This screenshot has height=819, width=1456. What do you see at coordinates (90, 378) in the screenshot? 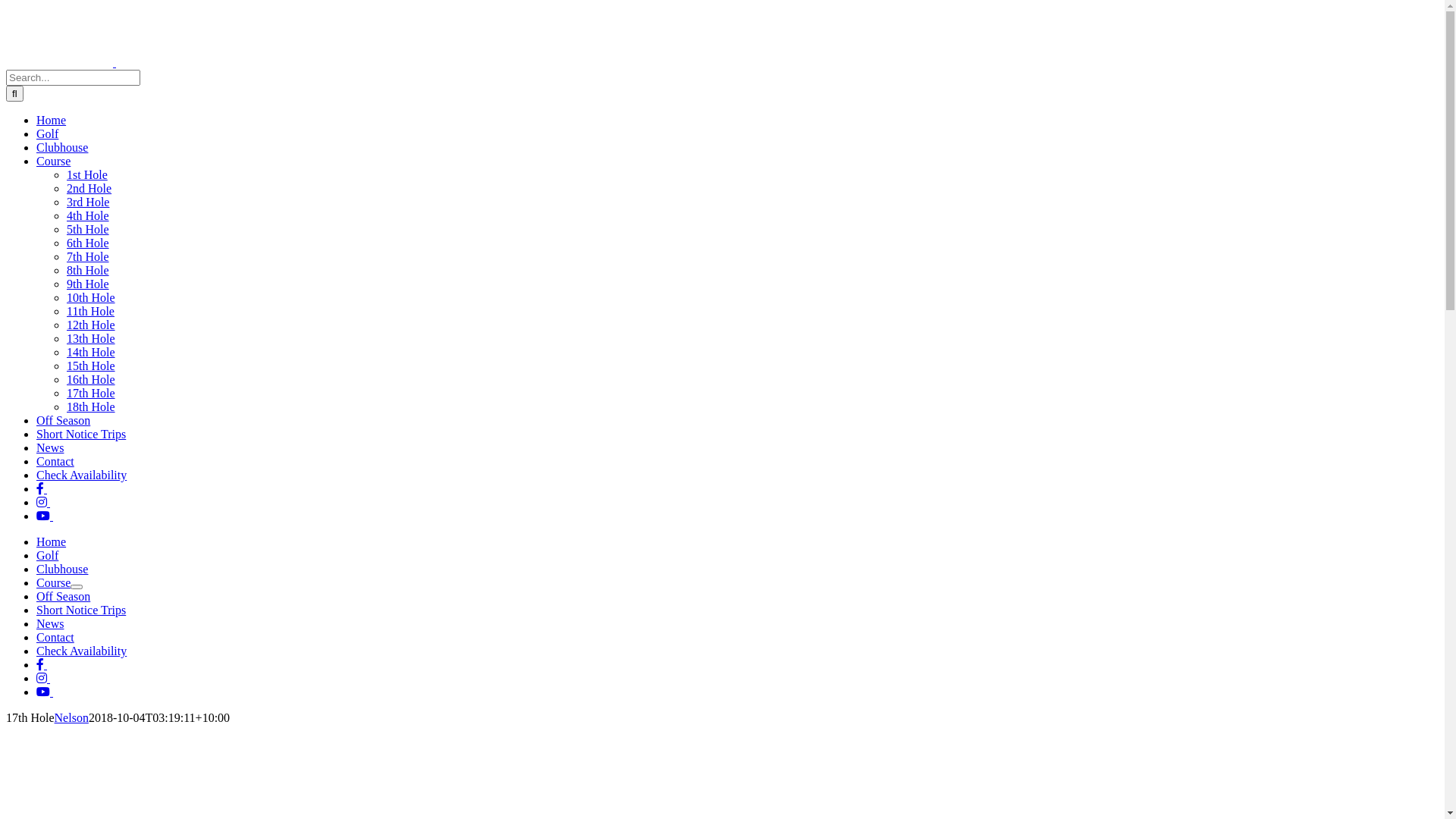
I see `'16th Hole'` at bounding box center [90, 378].